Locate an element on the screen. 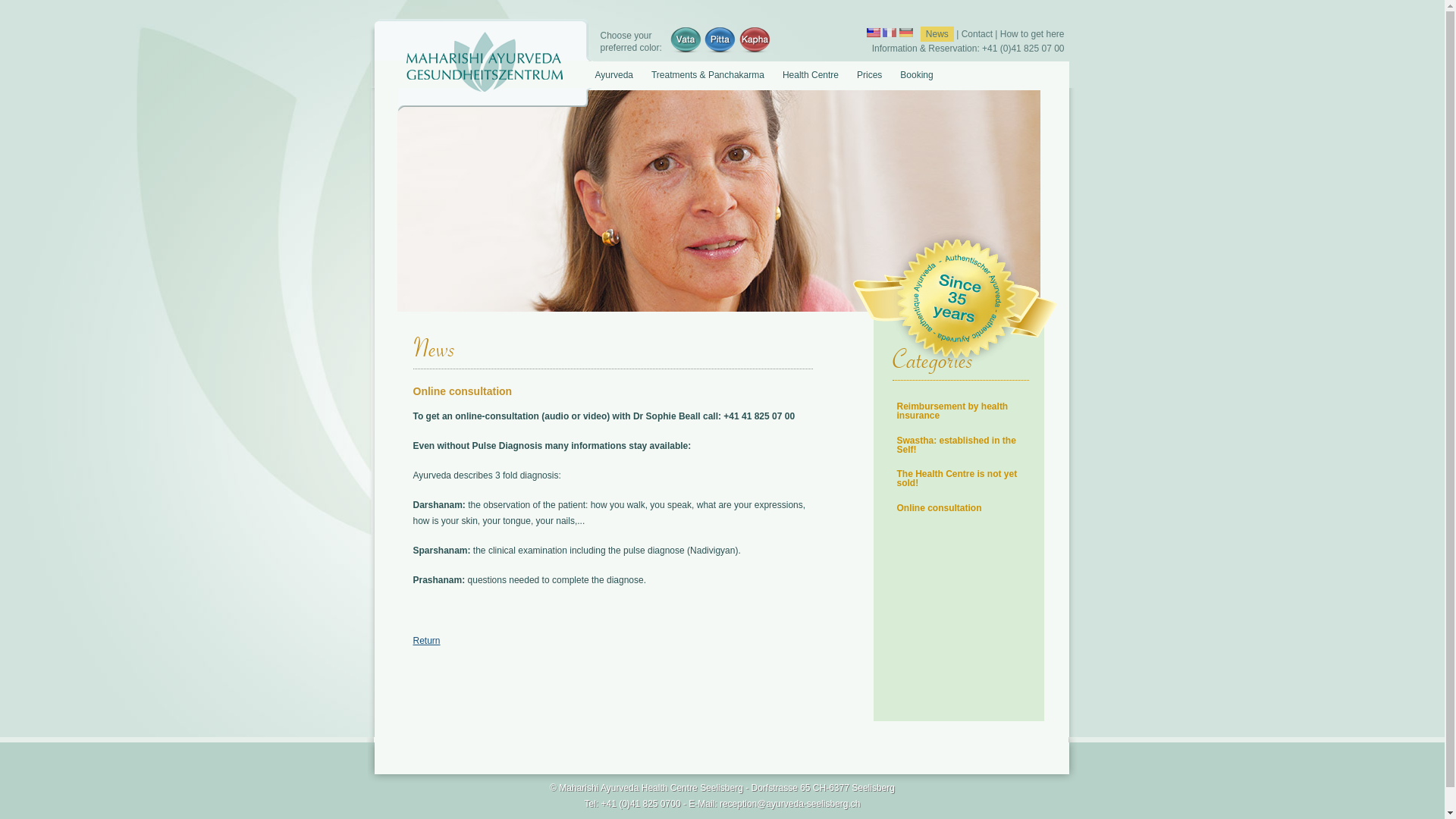  'Reimbursement by health insurance' is located at coordinates (951, 411).